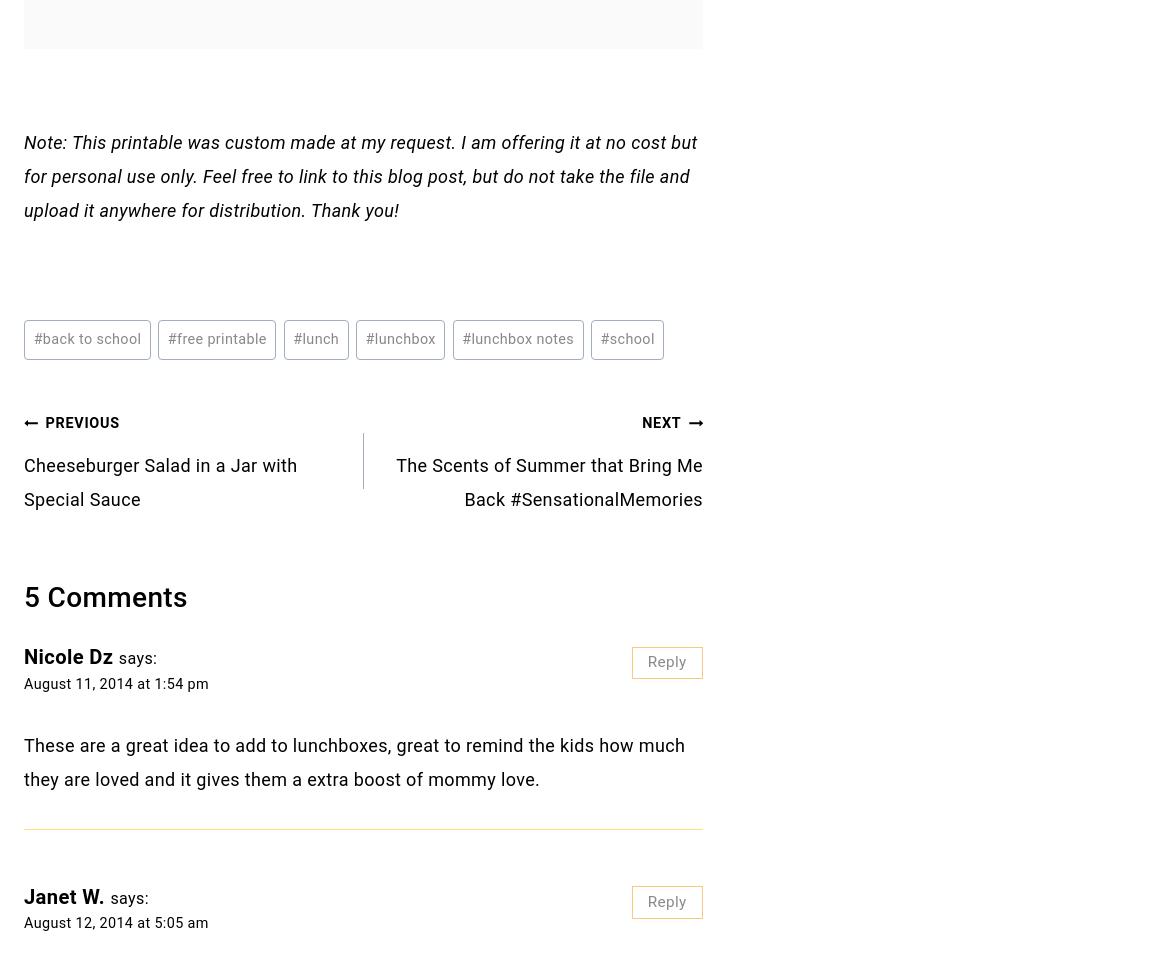 This screenshot has height=956, width=1150. I want to click on 'Previous', so click(80, 423).